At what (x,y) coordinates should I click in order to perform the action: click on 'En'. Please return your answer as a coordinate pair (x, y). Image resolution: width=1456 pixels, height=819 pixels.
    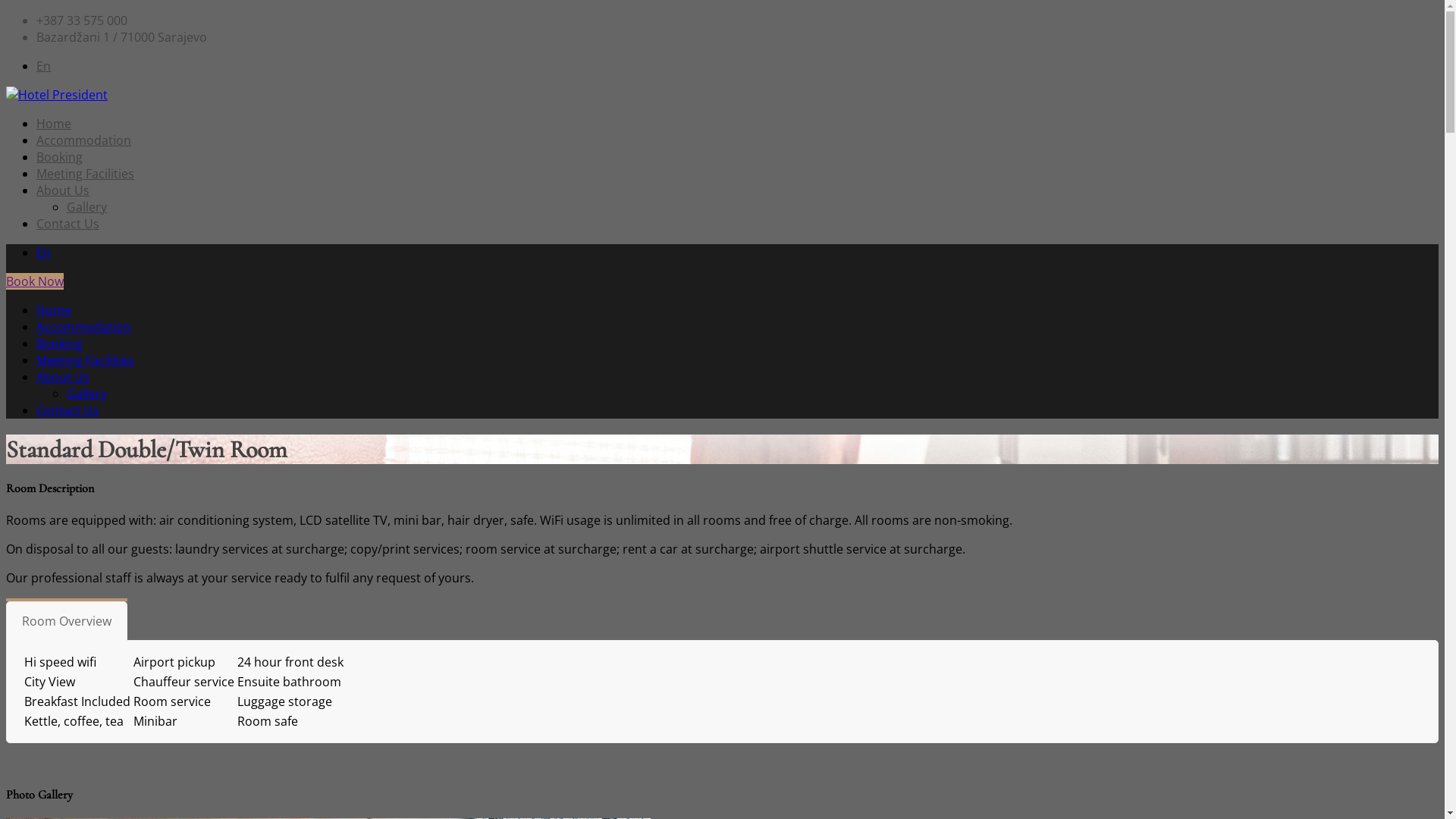
    Looking at the image, I should click on (36, 65).